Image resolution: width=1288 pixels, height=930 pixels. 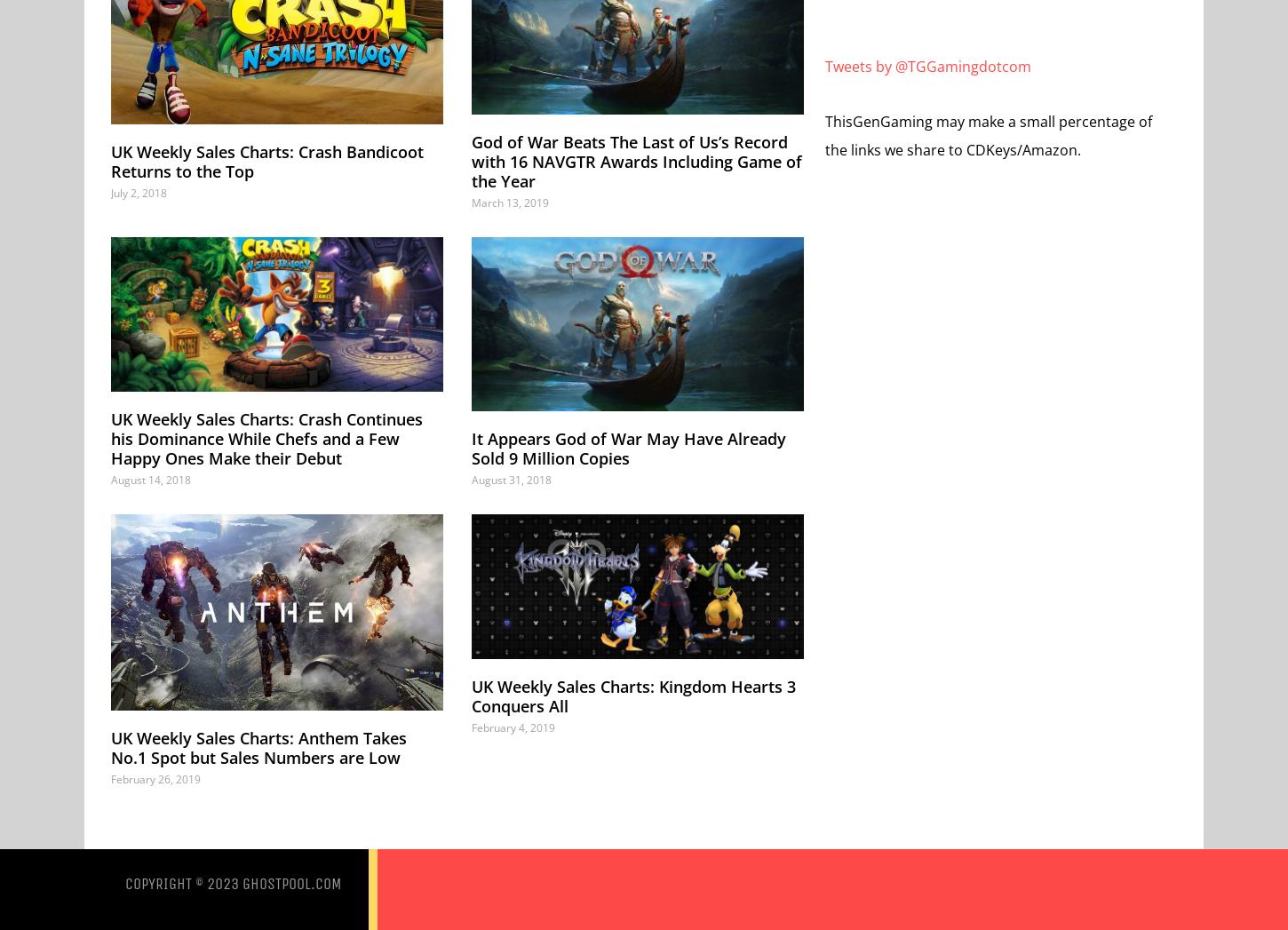 I want to click on 'God of War Beats The Last of Us’s Record with 16 NAVGTR Awards Including Game of the Year', so click(x=635, y=161).